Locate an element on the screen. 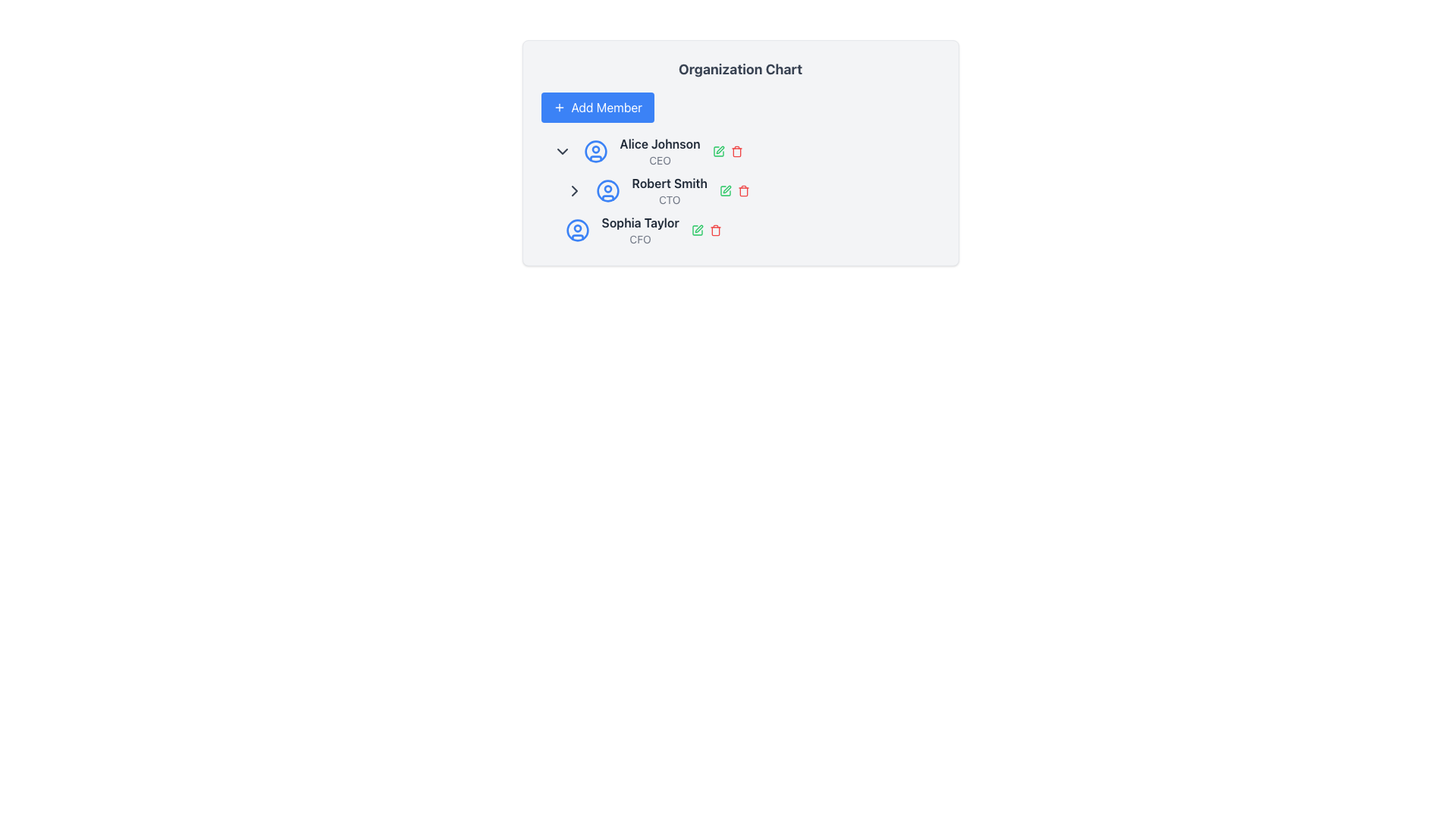 Image resolution: width=1456 pixels, height=819 pixels. the circular blue user profile avatar icon located to the immediate left of 'Alice Johnson' under the 'Organization Chart' section is located at coordinates (595, 152).